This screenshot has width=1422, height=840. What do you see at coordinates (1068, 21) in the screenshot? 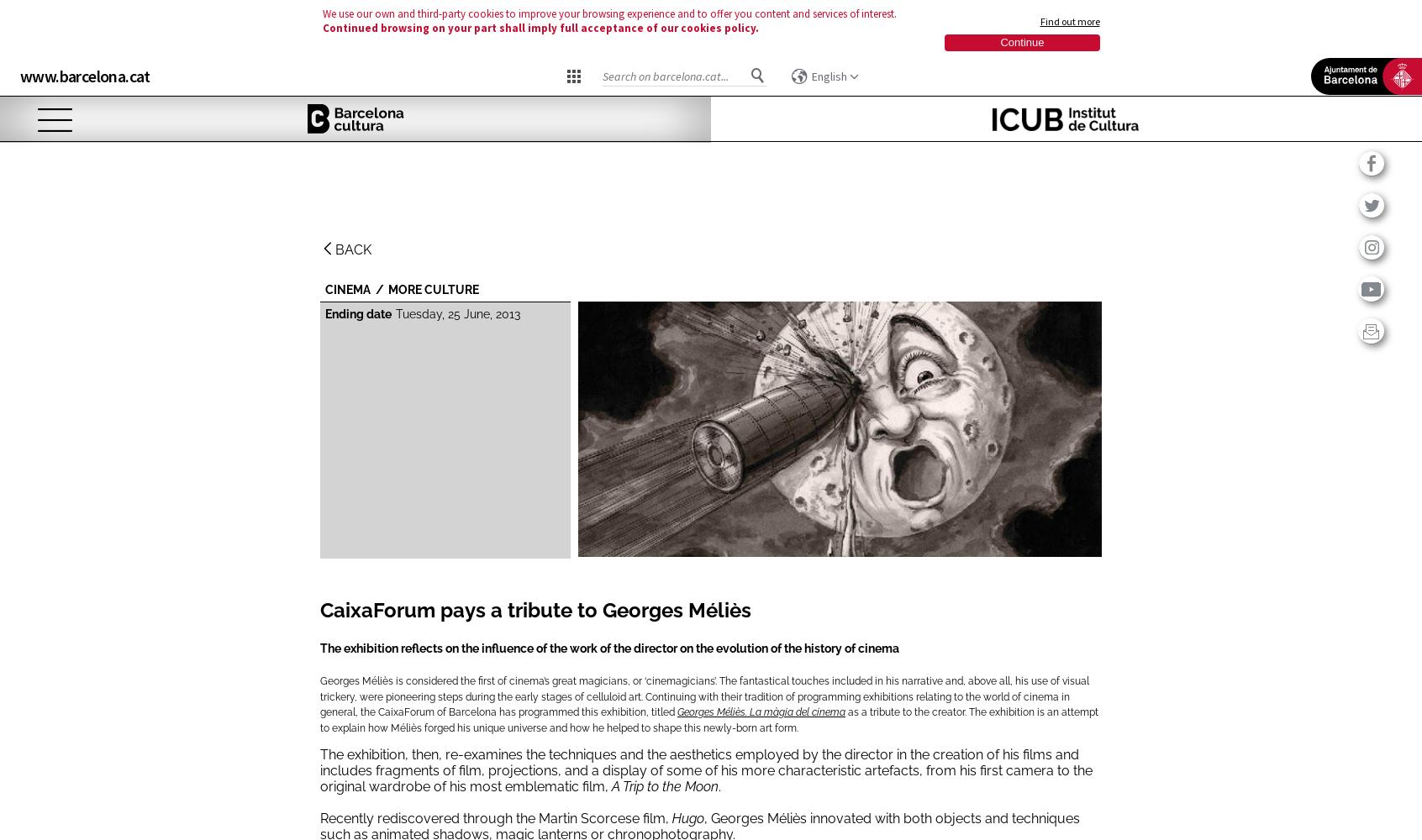
I see `'Find out more'` at bounding box center [1068, 21].